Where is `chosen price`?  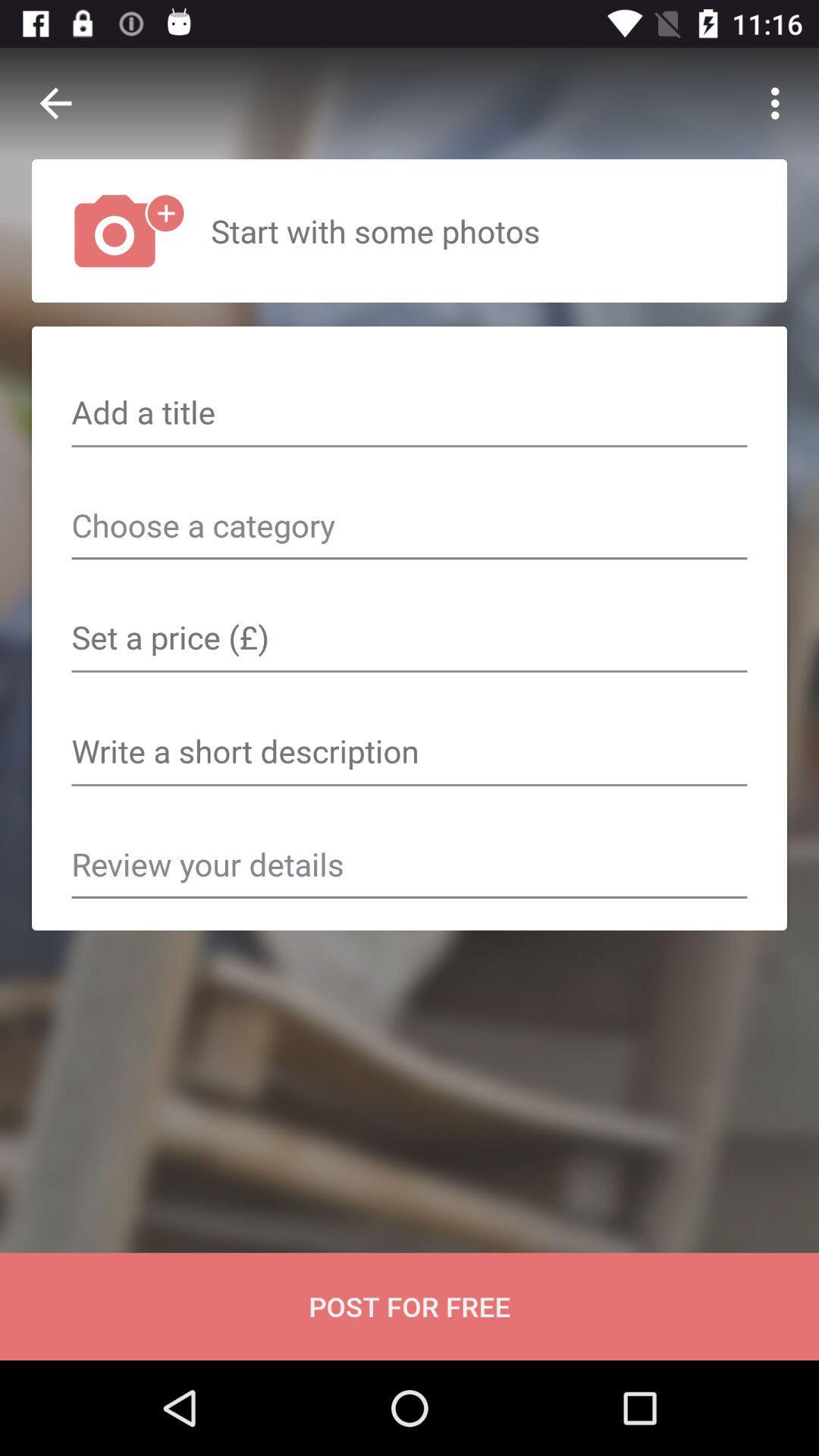 chosen price is located at coordinates (409, 639).